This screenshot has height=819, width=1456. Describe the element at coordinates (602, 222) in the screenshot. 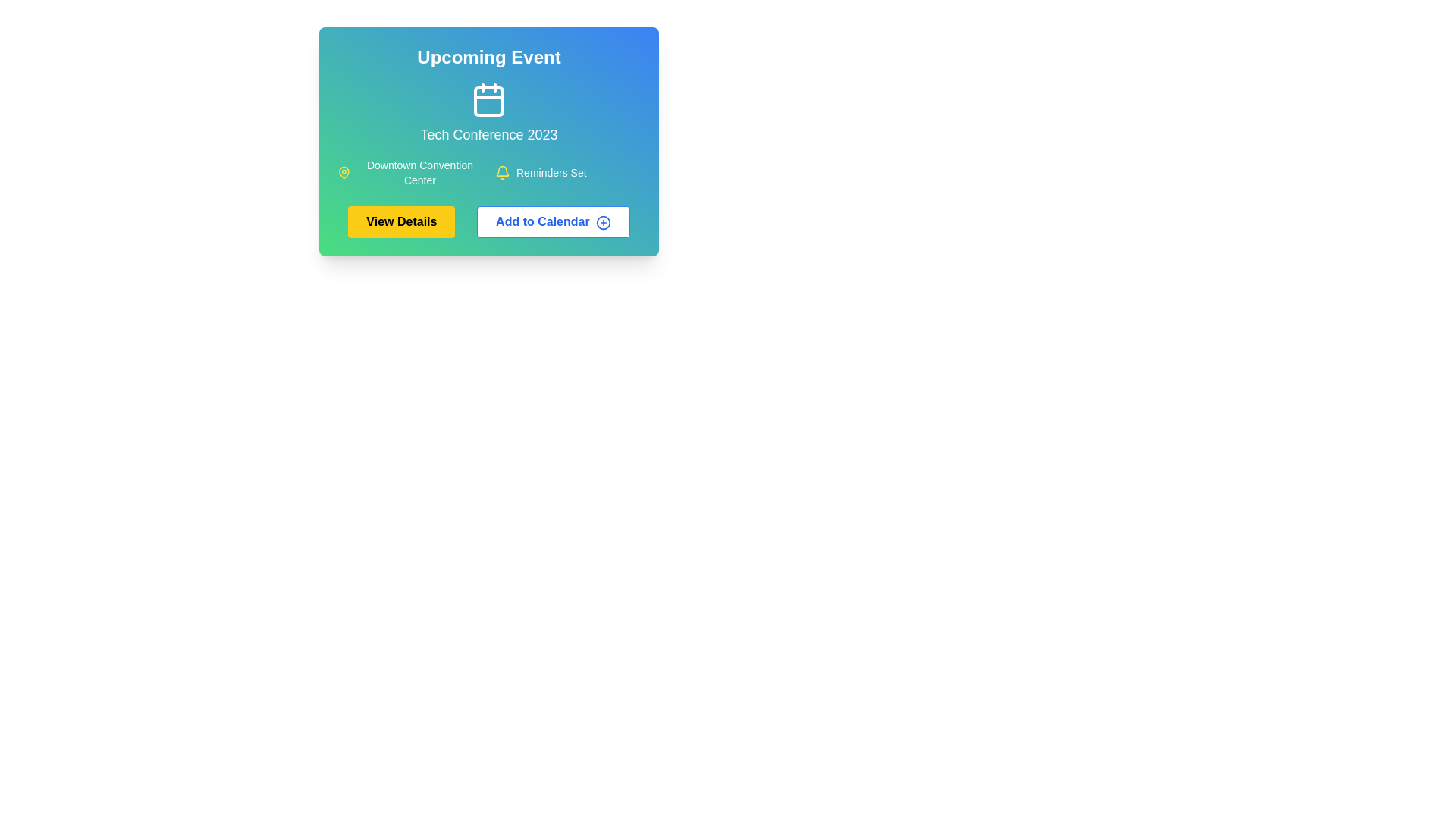

I see `the circular outline of the 'plus' icon located at the far right end of the 'Add to Calendar' button on the lower right part of the card` at that location.